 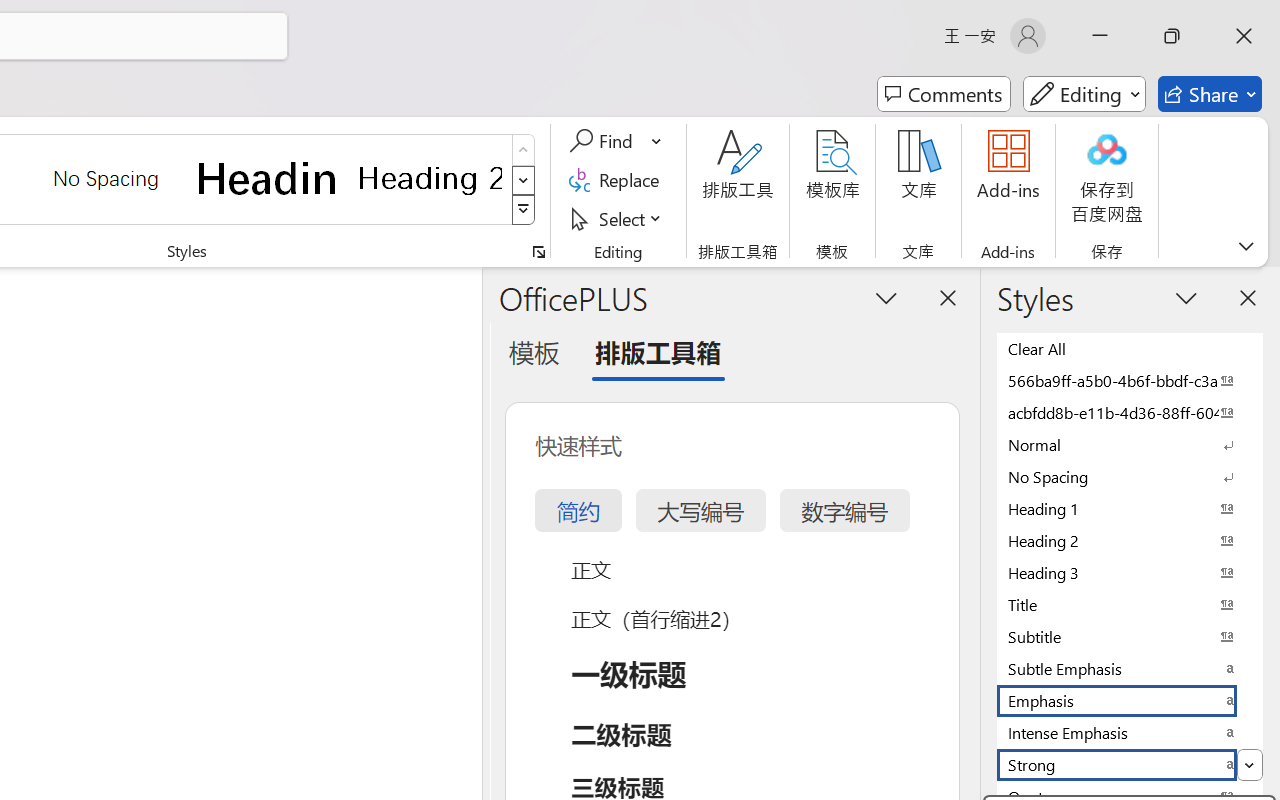 What do you see at coordinates (523, 150) in the screenshot?
I see `'Row up'` at bounding box center [523, 150].